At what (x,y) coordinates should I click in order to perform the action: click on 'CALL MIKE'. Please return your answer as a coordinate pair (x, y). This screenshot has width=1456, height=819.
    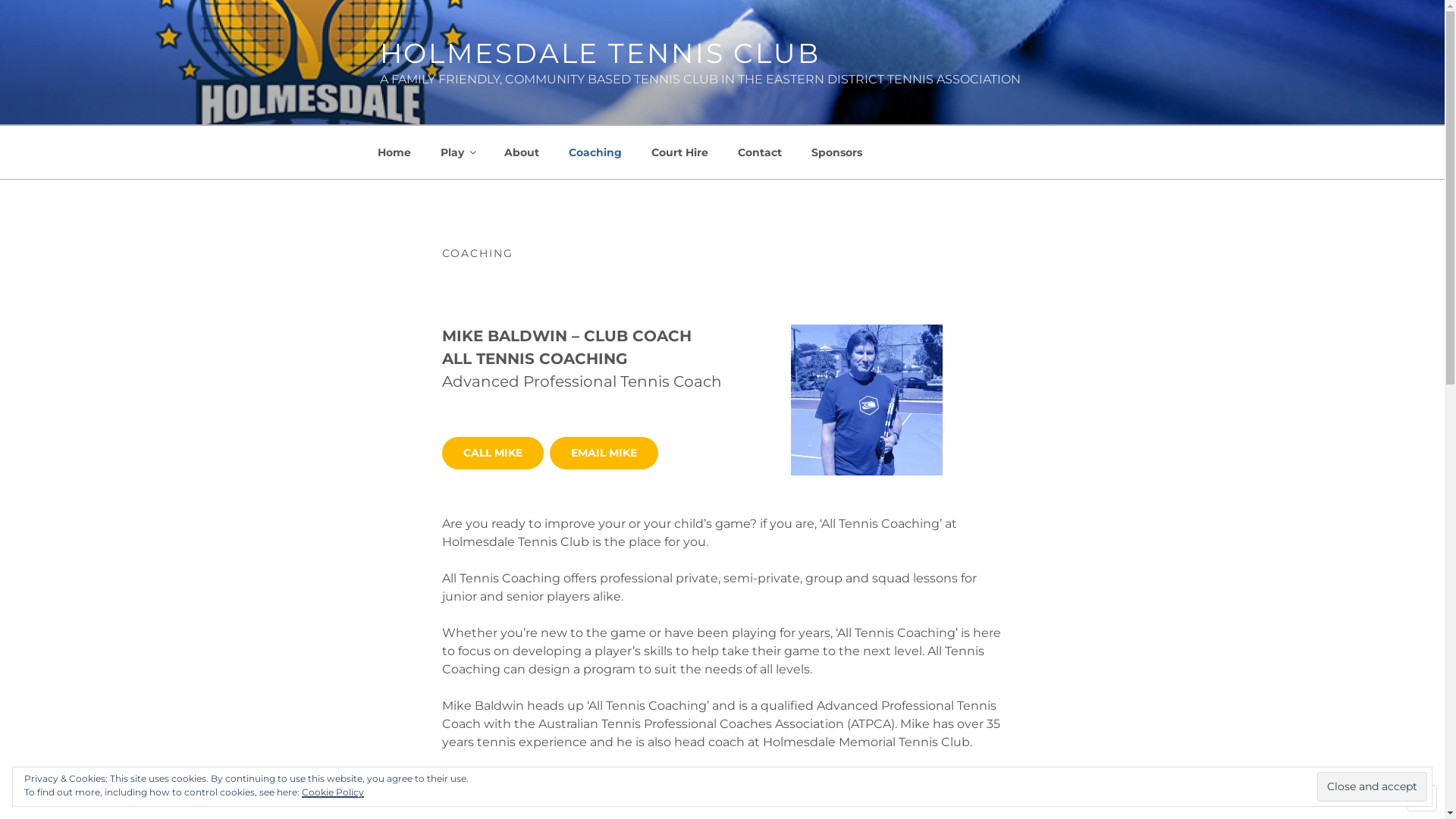
    Looking at the image, I should click on (491, 452).